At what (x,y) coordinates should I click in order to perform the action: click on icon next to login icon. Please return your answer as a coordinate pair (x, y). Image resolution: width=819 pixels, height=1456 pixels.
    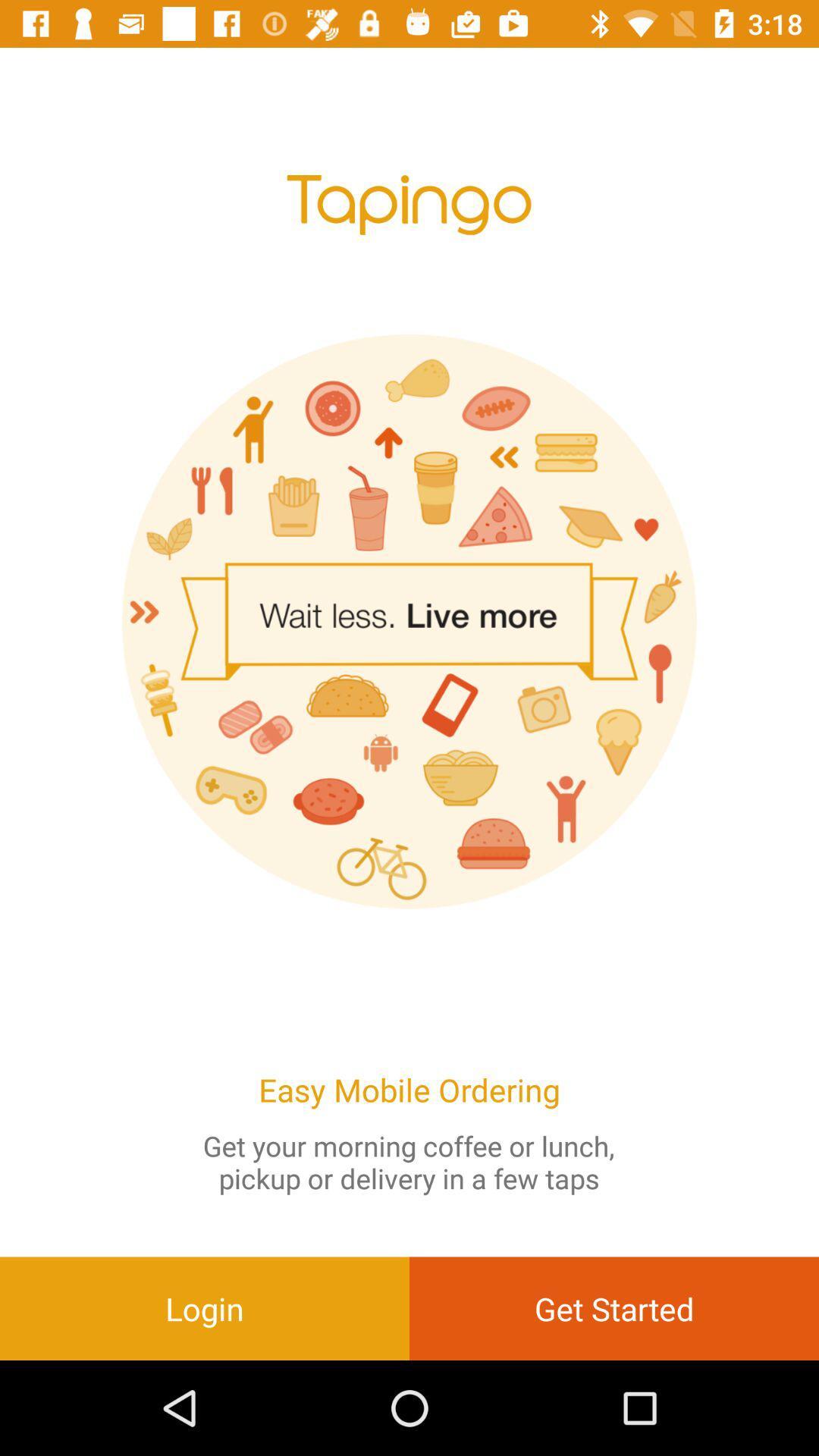
    Looking at the image, I should click on (614, 1307).